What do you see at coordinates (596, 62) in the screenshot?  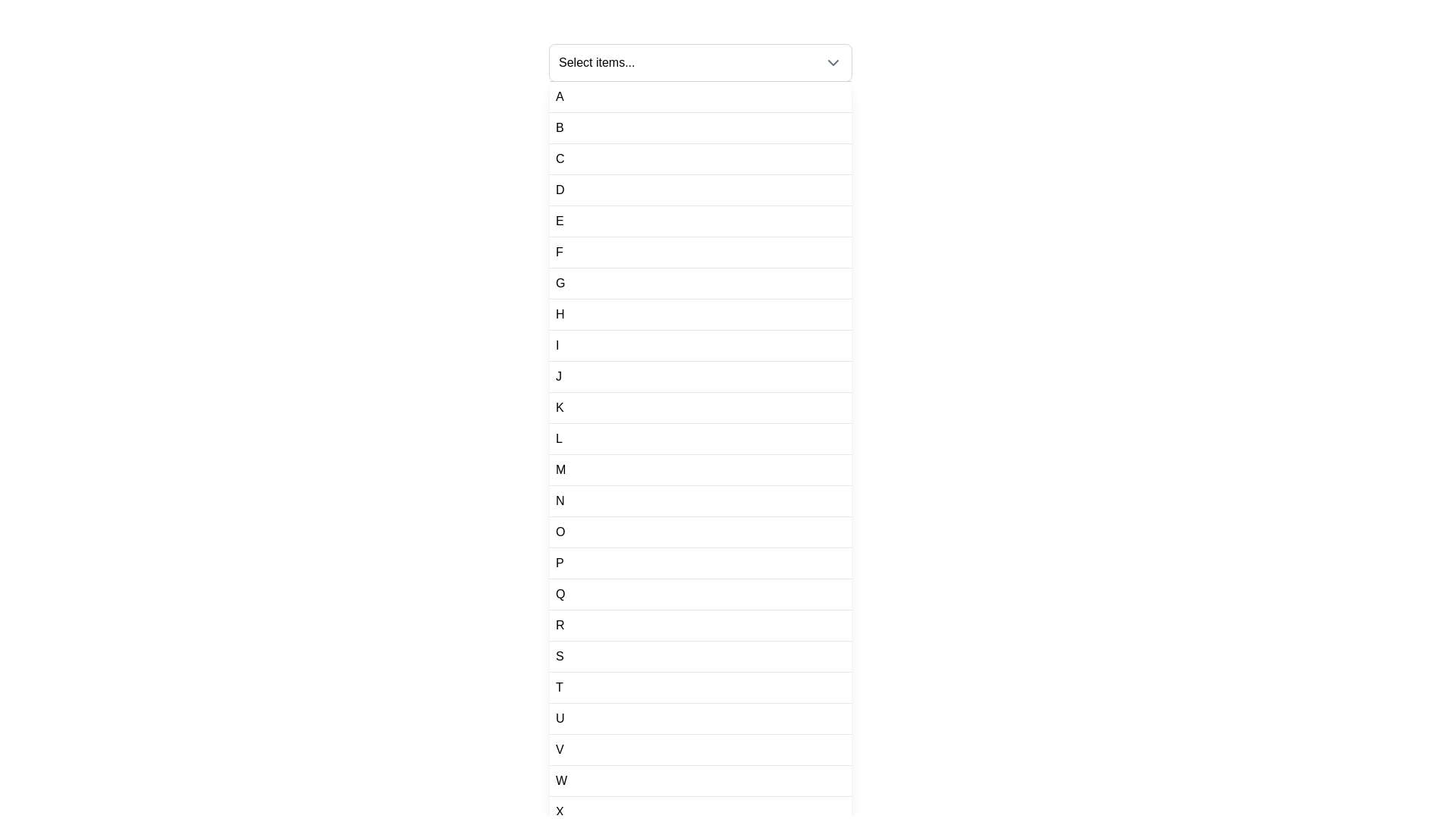 I see `the static text label that indicates a dropdown menu selection, located at the top-left corner of the application interface` at bounding box center [596, 62].